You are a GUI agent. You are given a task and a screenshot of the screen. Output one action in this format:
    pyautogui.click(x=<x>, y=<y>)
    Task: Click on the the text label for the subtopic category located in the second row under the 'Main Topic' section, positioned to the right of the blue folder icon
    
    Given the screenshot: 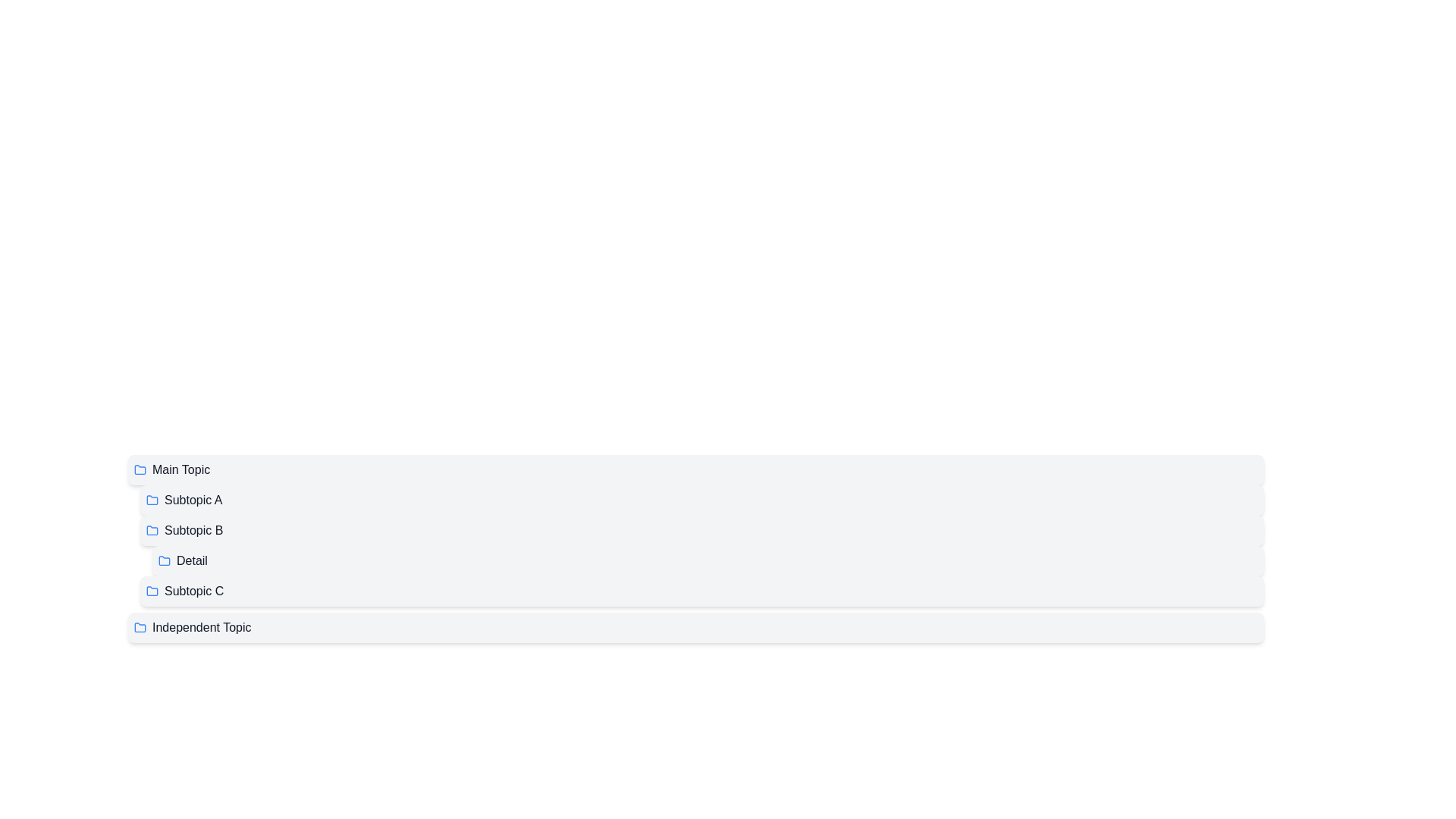 What is the action you would take?
    pyautogui.click(x=193, y=500)
    